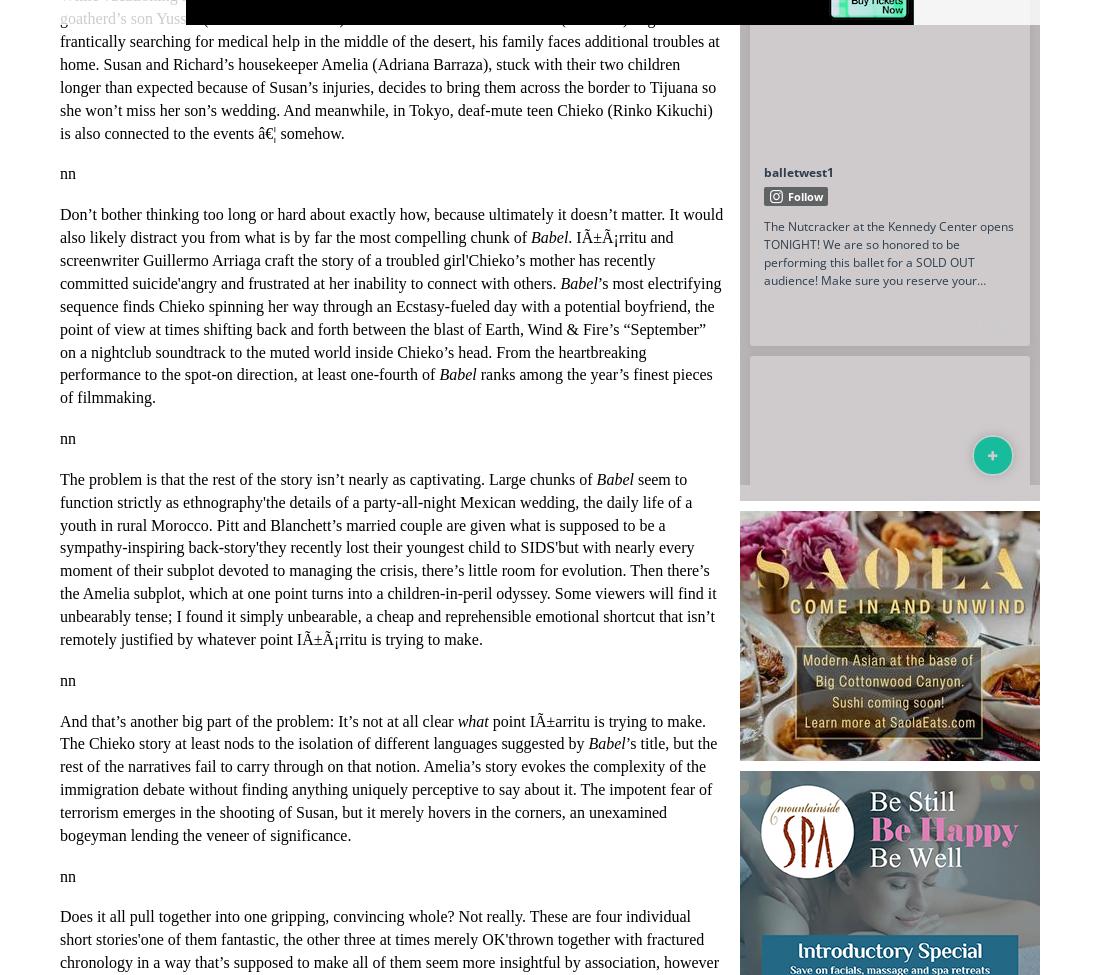 The height and width of the screenshot is (975, 1100). What do you see at coordinates (385, 385) in the screenshot?
I see `'ranks among the year’s finest pieces of filmmaking.'` at bounding box center [385, 385].